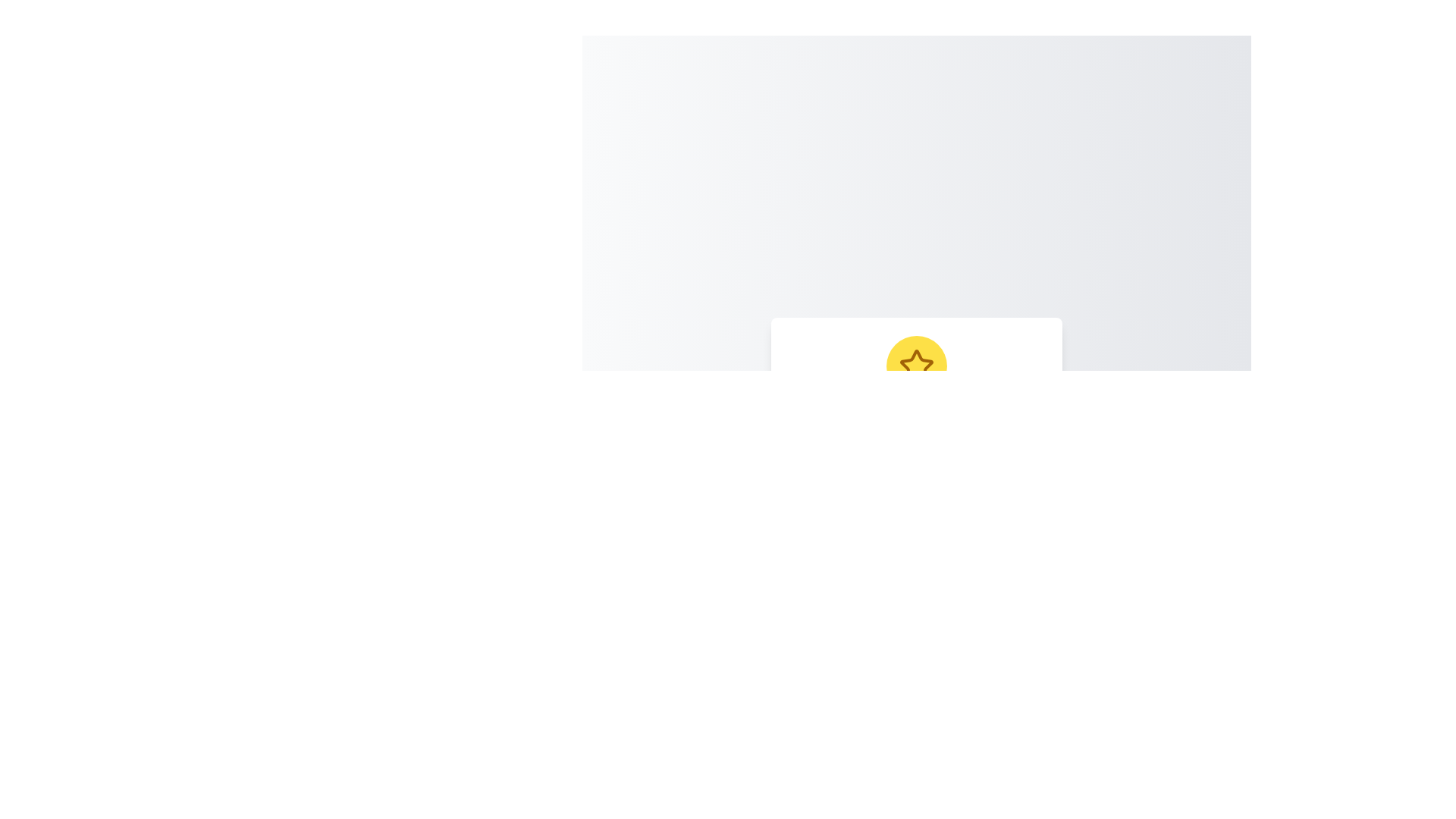 The width and height of the screenshot is (1456, 819). What do you see at coordinates (916, 366) in the screenshot?
I see `the star icon that serves as a visual decoration indicating a rating or favorite status, located centrally at the top of the white content area` at bounding box center [916, 366].